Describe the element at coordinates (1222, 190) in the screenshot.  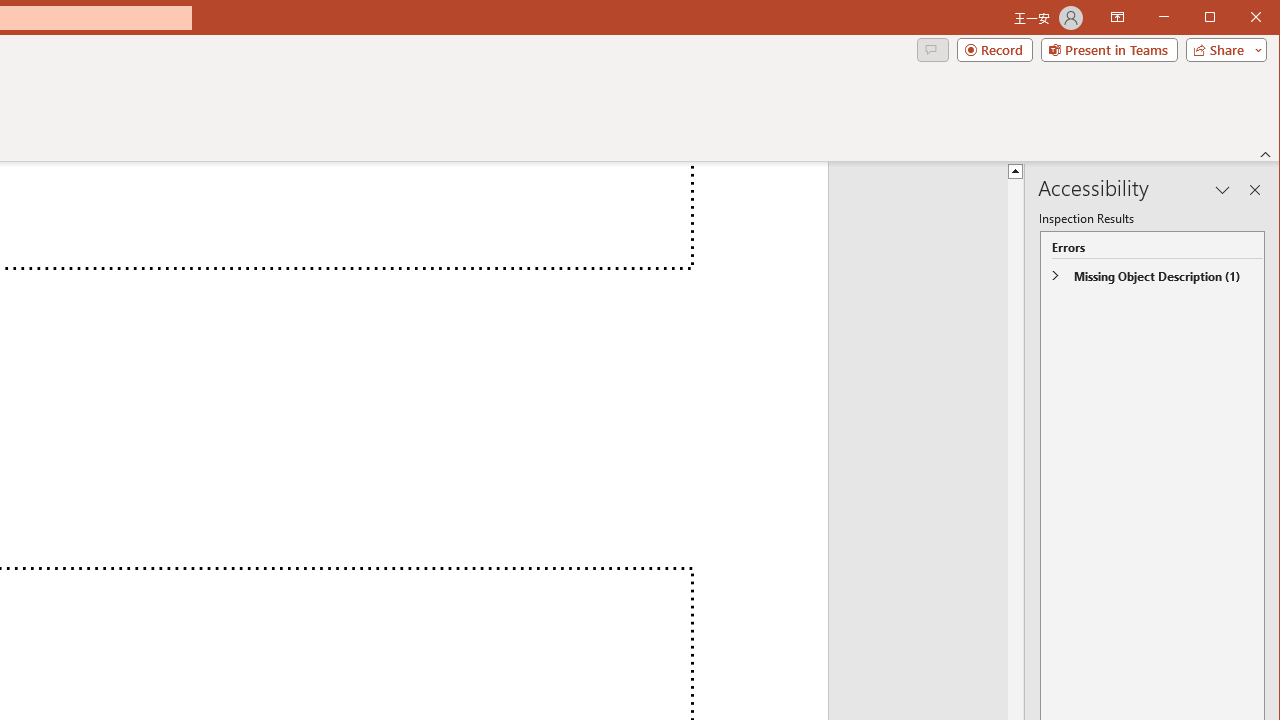
I see `'Task Pane Options'` at that location.